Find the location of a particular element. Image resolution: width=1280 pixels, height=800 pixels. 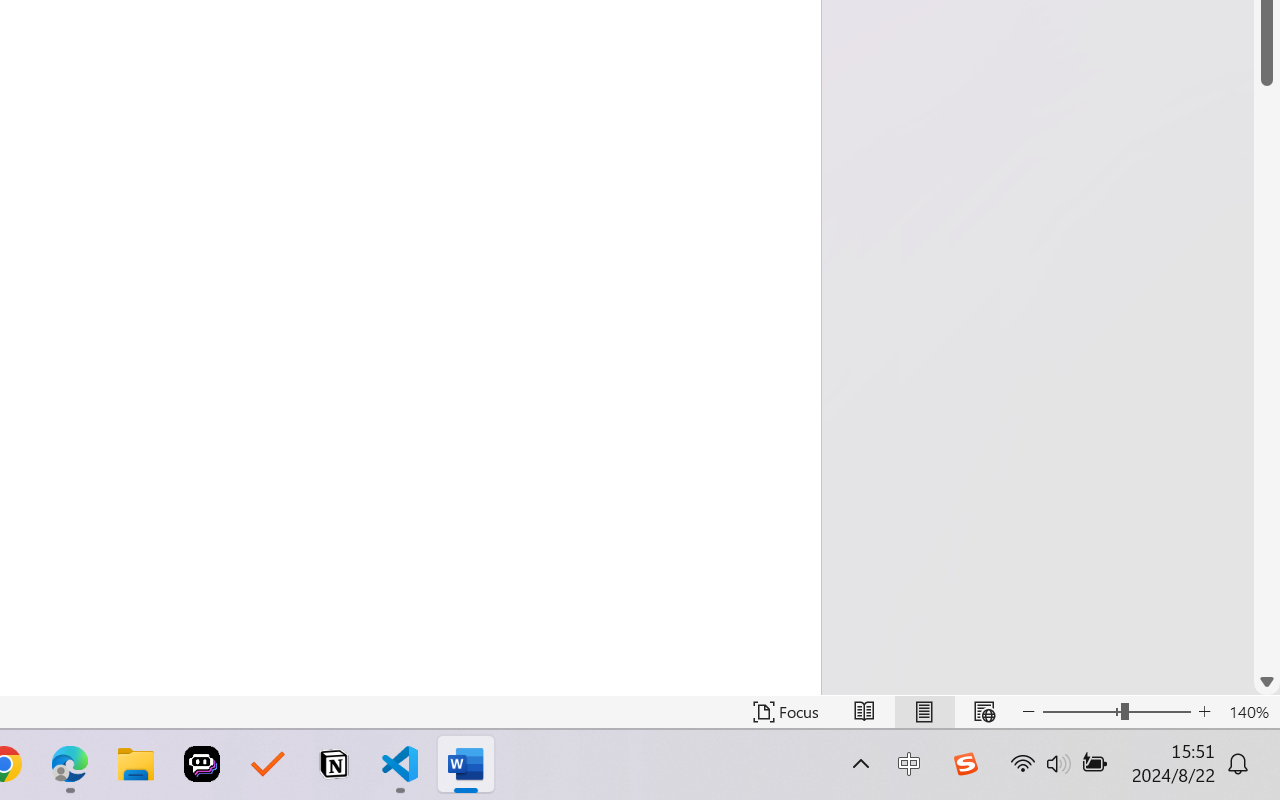

'Line down' is located at coordinates (1266, 682).